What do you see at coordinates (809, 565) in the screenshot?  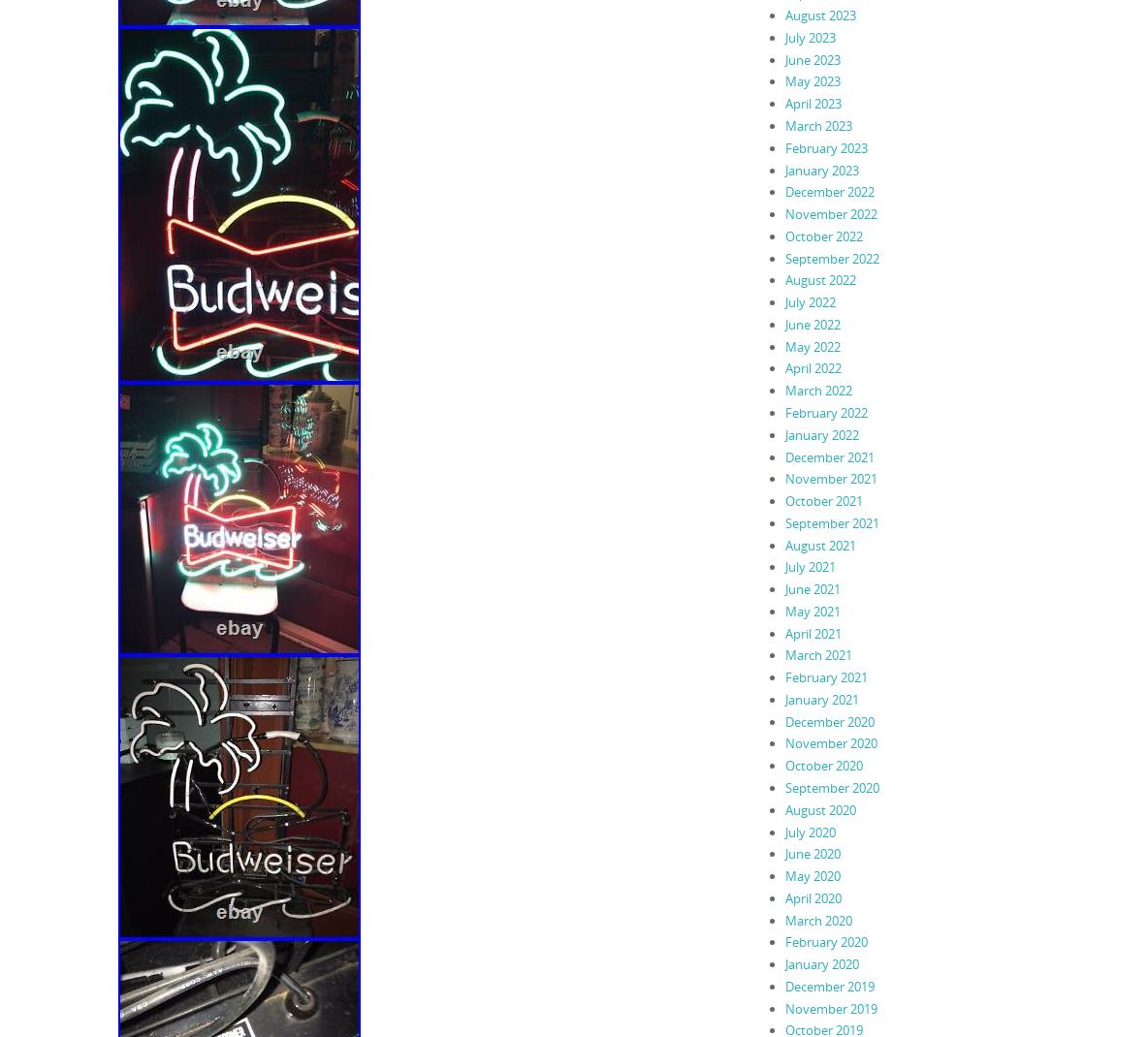 I see `'July 2021'` at bounding box center [809, 565].